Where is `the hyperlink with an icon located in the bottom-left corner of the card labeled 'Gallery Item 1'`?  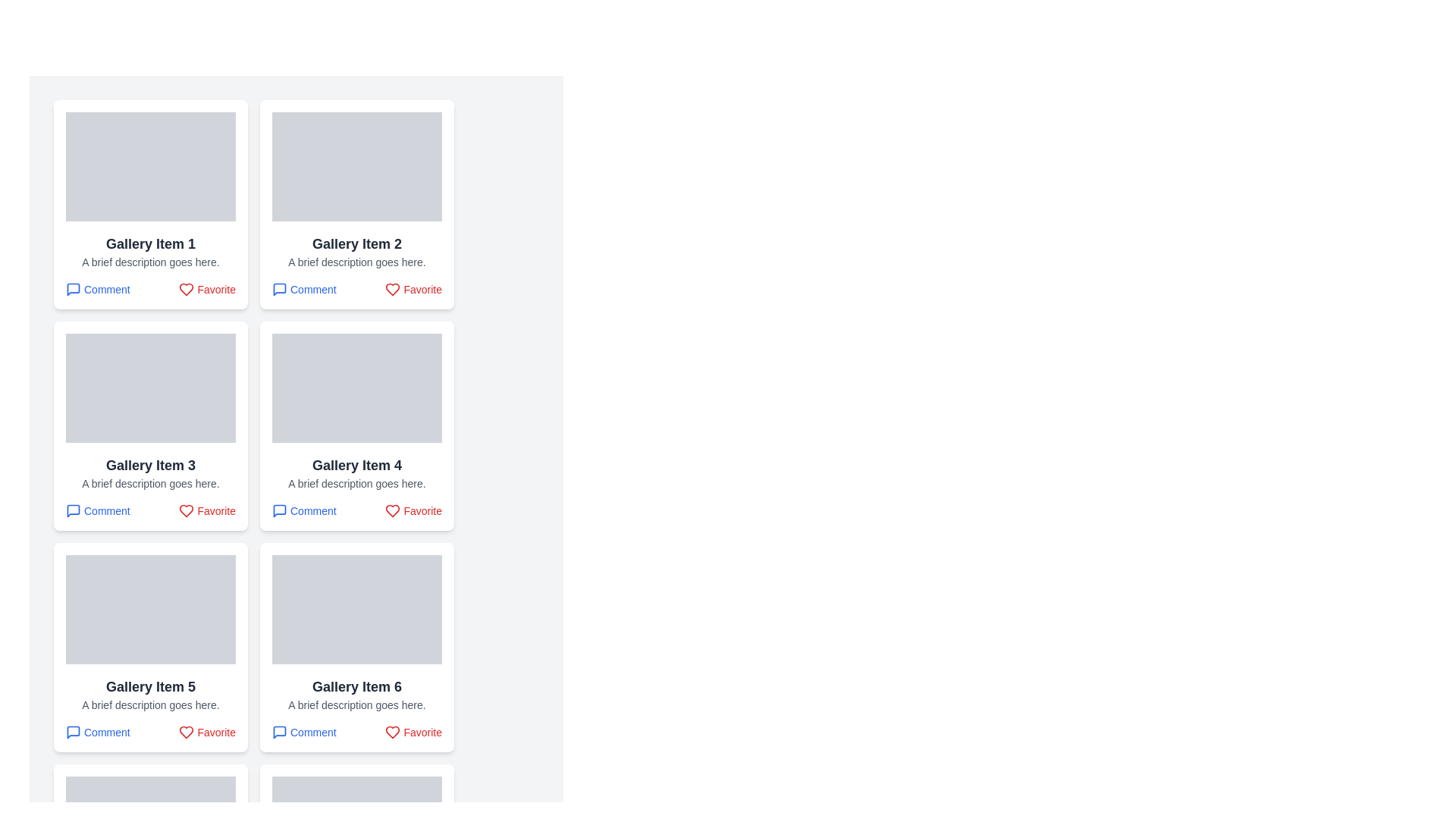
the hyperlink with an icon located in the bottom-left corner of the card labeled 'Gallery Item 1' is located at coordinates (97, 289).